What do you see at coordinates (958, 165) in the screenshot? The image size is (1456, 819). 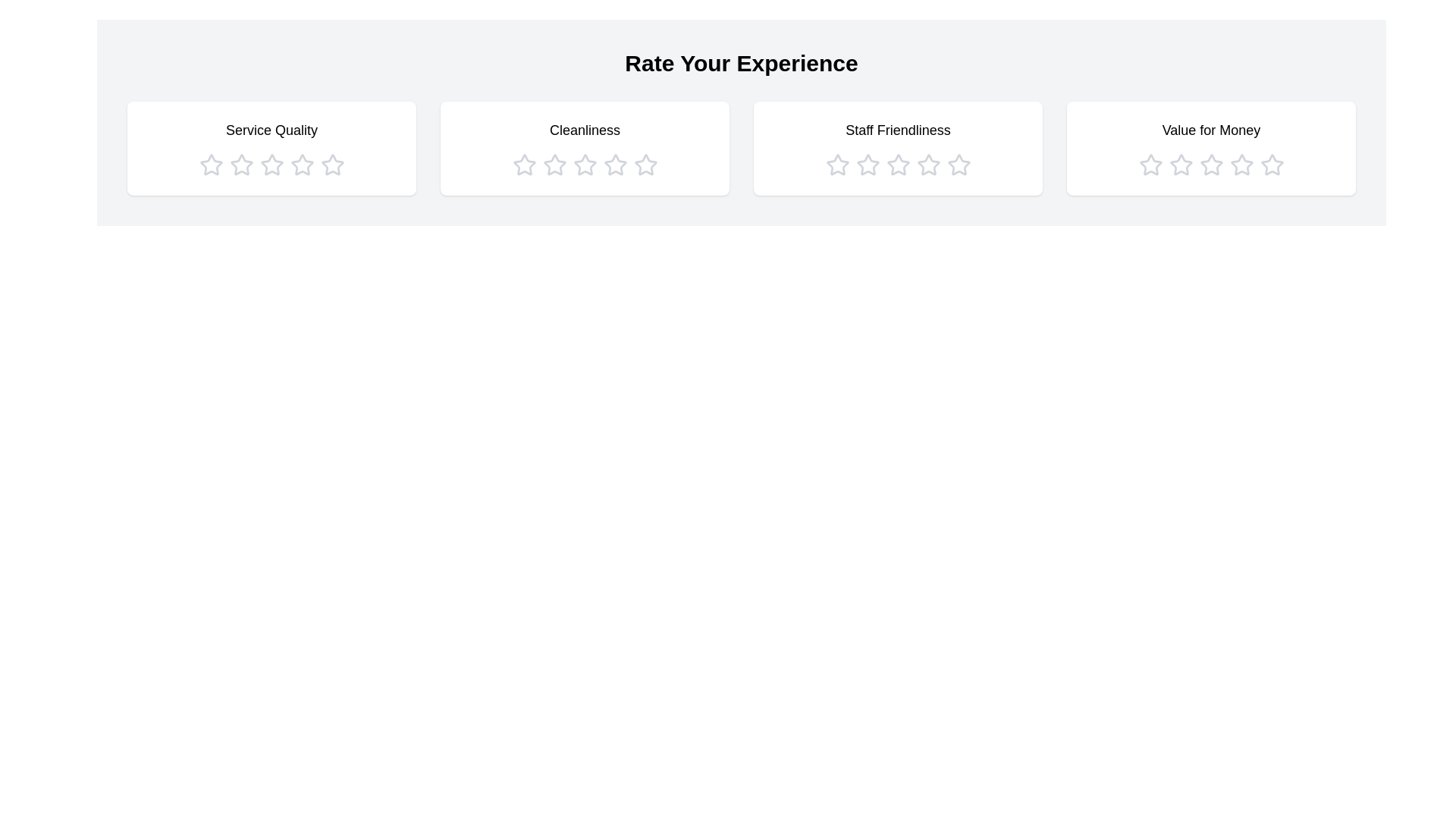 I see `the star icon corresponding to 5 stars in the category Staff Friendliness` at bounding box center [958, 165].